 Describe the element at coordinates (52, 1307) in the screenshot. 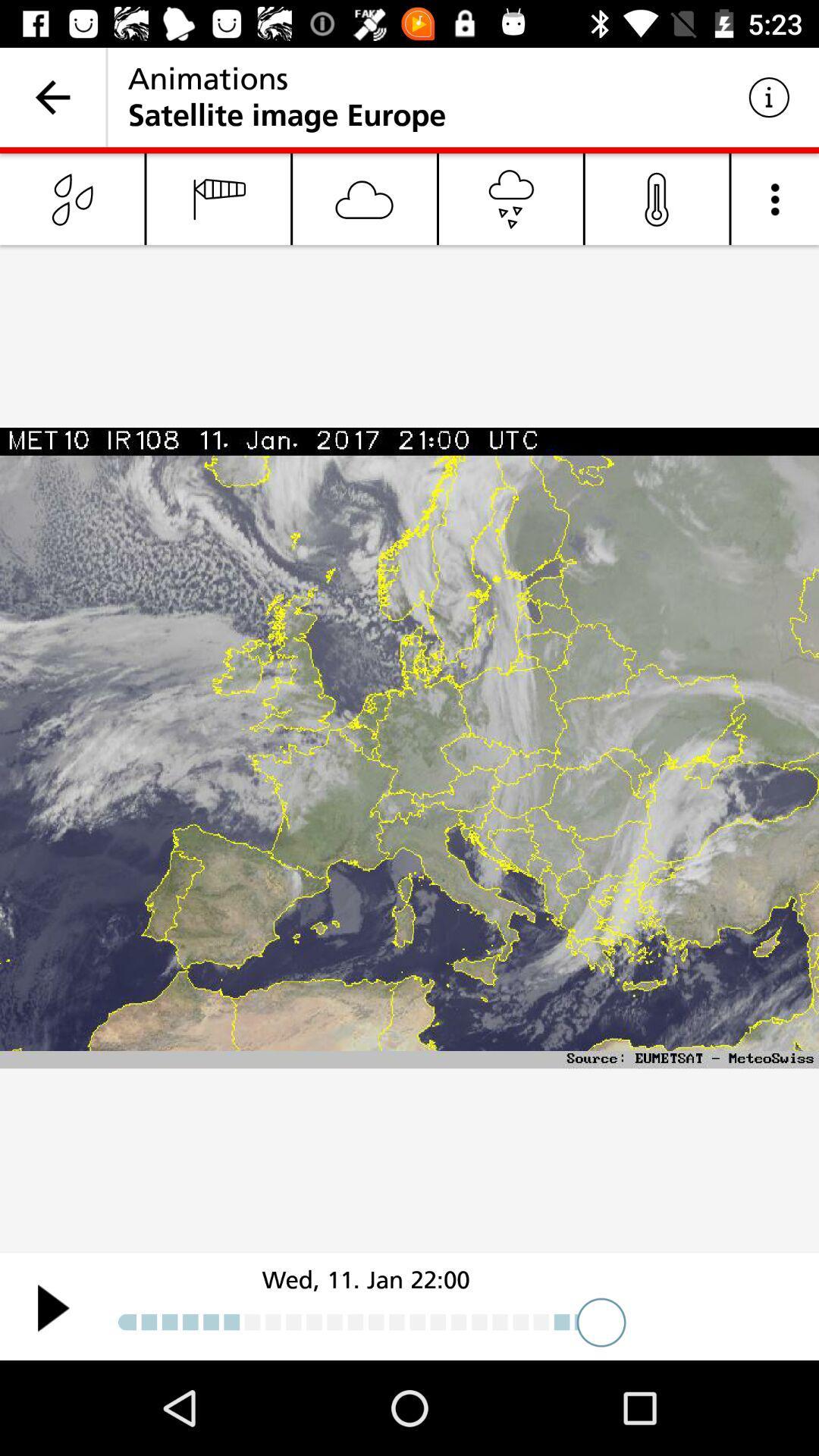

I see `video` at that location.